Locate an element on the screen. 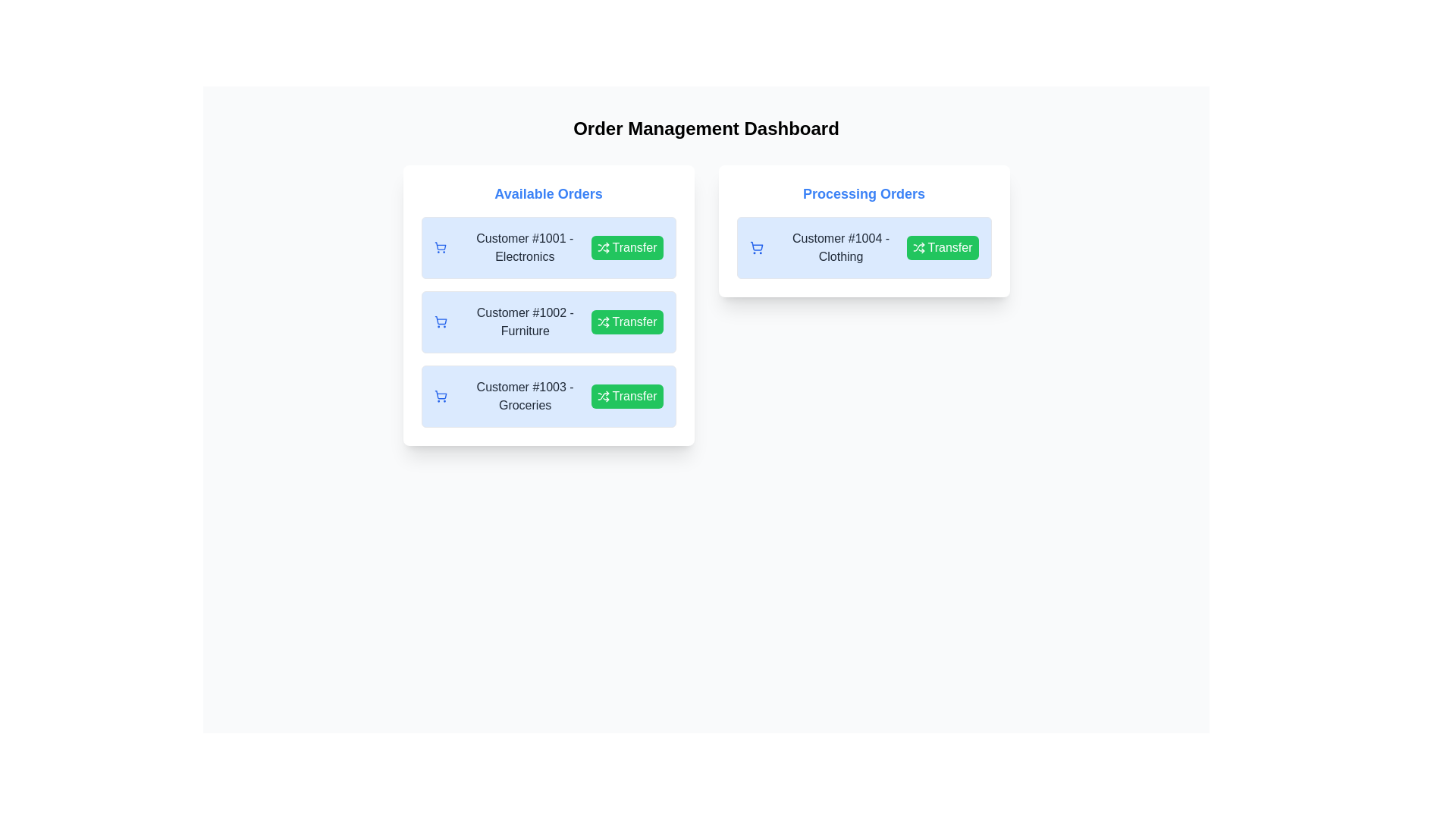 The height and width of the screenshot is (819, 1456). the SVG icon representing crossed arrows within the green 'Transfer' button for the 'Customer #1003 - Groceries' order in the list of 'Available Orders' is located at coordinates (602, 396).